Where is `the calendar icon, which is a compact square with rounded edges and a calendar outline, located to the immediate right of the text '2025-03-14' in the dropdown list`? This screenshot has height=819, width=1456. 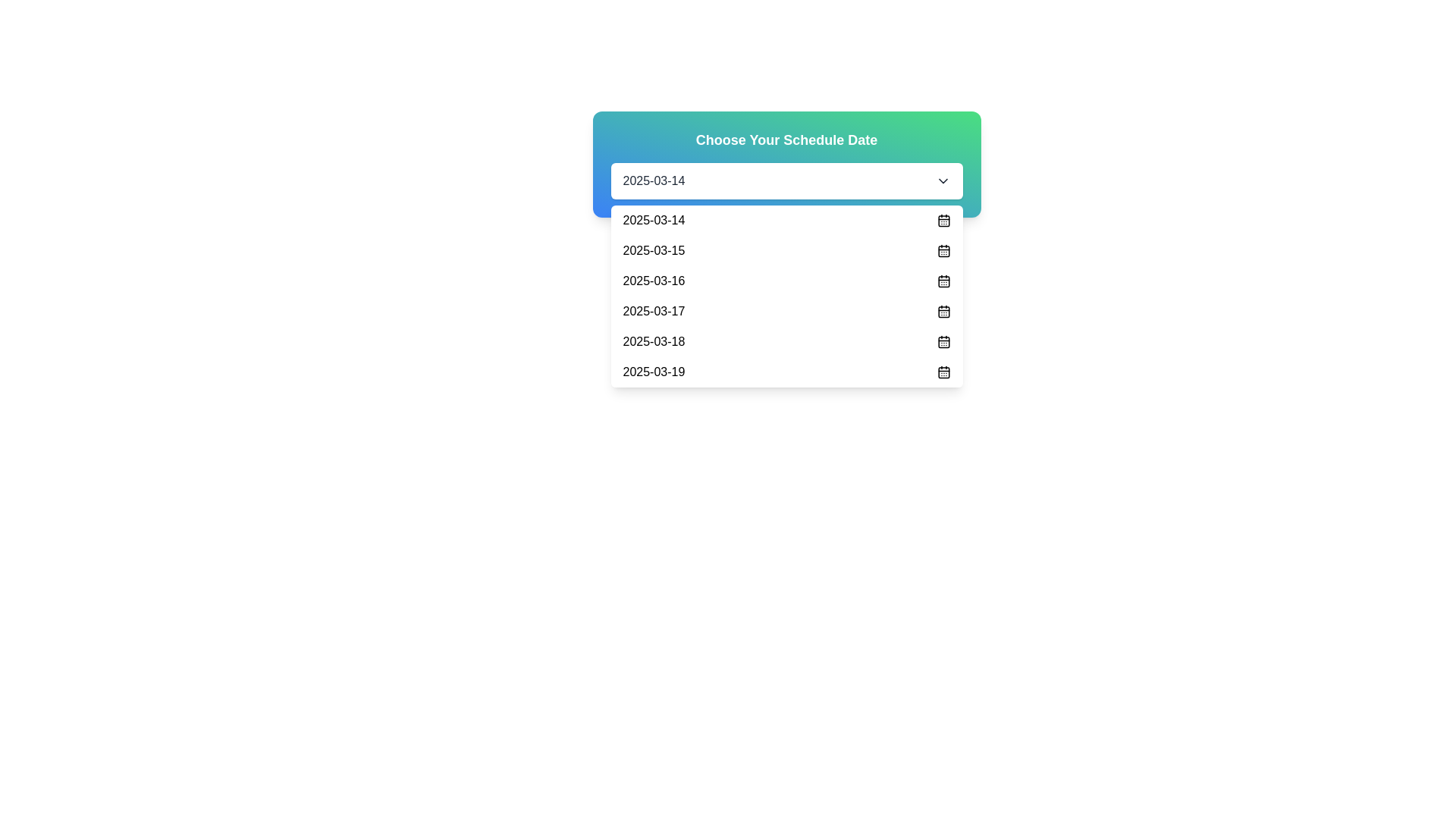 the calendar icon, which is a compact square with rounded edges and a calendar outline, located to the immediate right of the text '2025-03-14' in the dropdown list is located at coordinates (943, 220).